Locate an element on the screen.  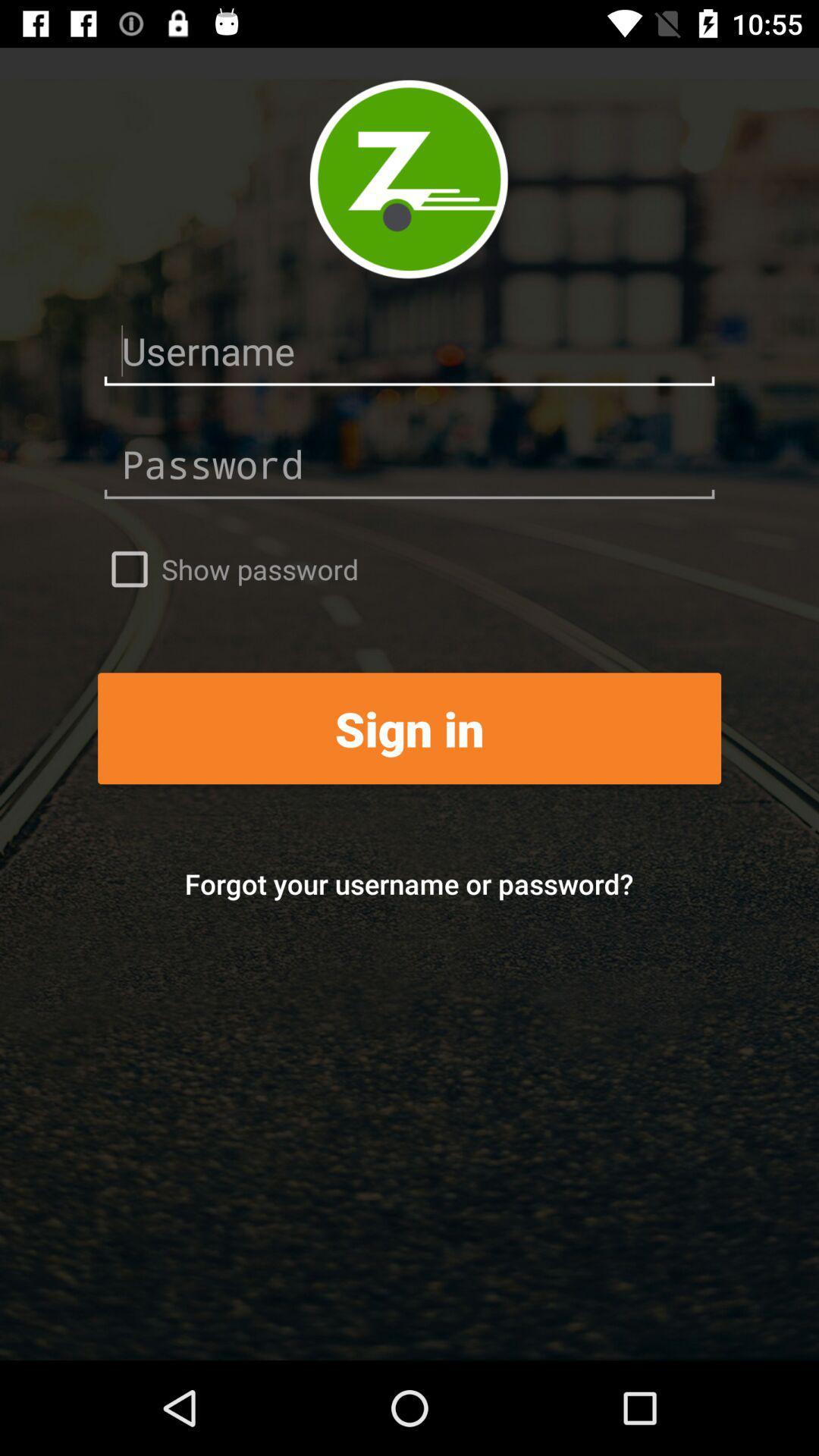
username entry is located at coordinates (409, 350).